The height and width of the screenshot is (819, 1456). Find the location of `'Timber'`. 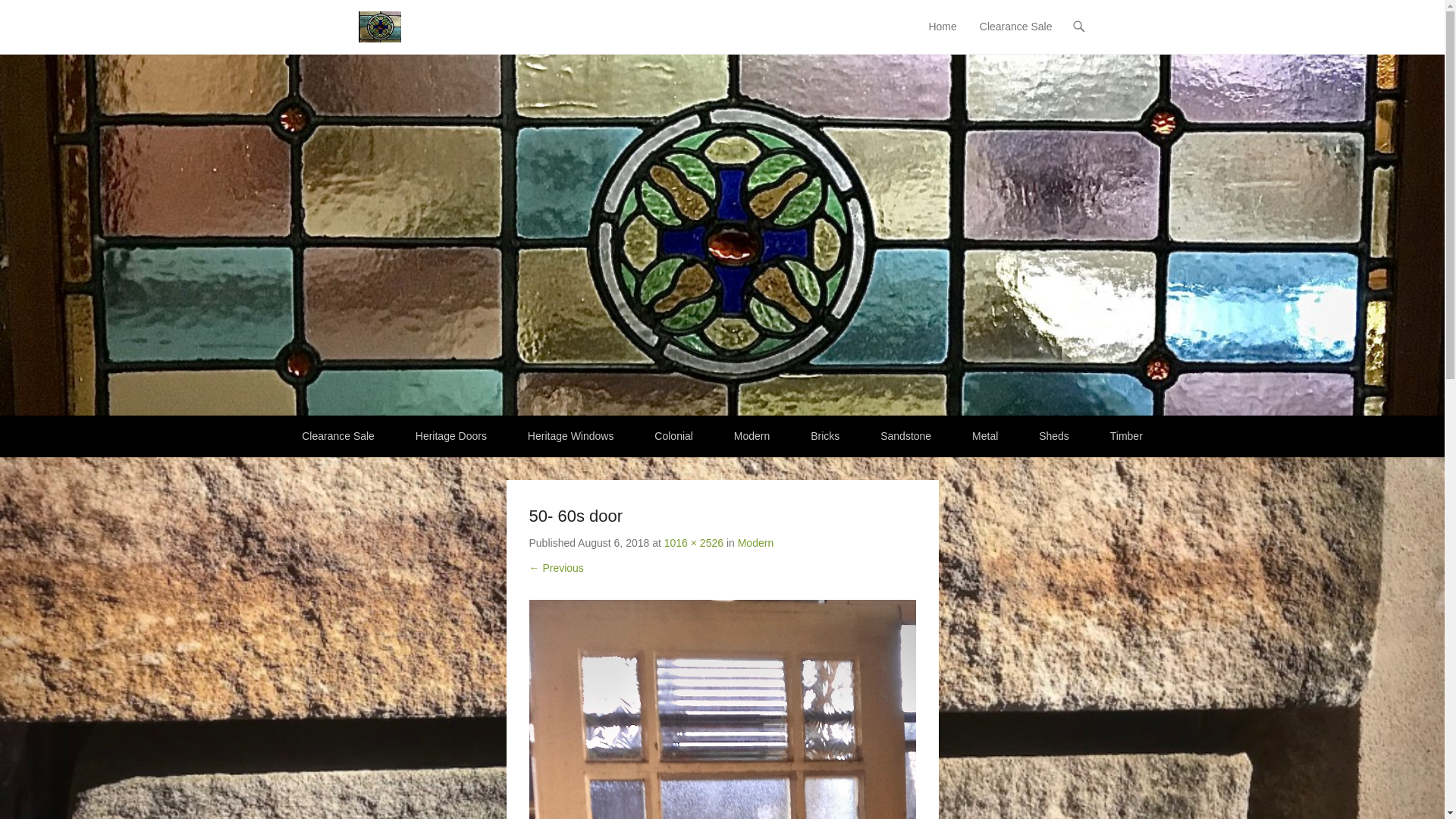

'Timber' is located at coordinates (1090, 436).